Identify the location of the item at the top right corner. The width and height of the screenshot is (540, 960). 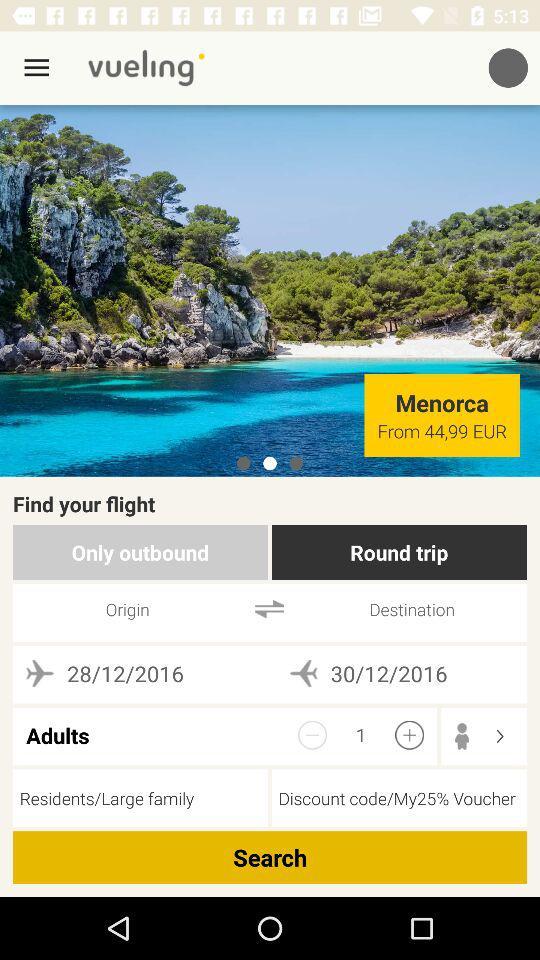
(508, 68).